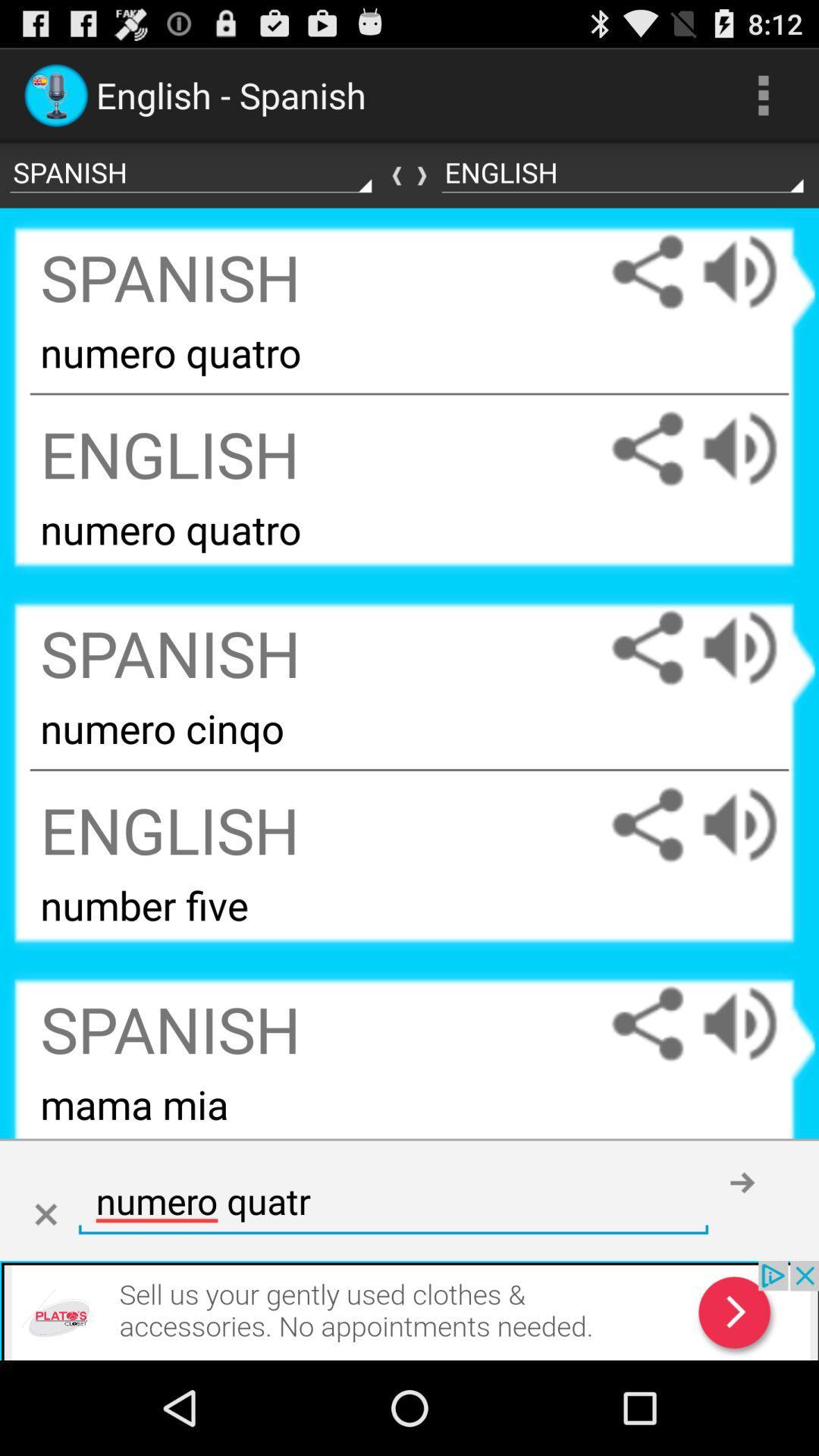  What do you see at coordinates (755, 1024) in the screenshot?
I see `increase volume` at bounding box center [755, 1024].